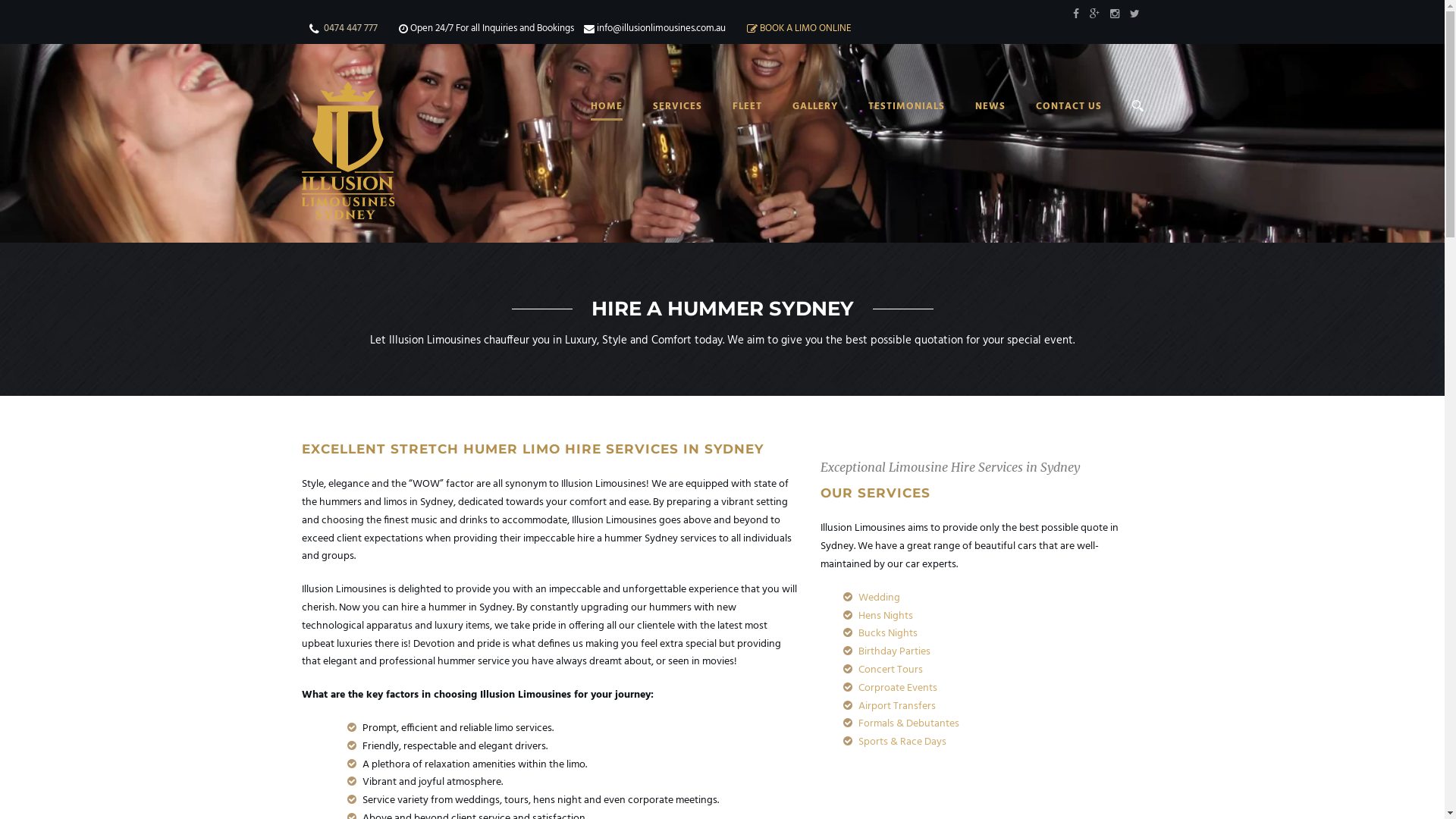 The height and width of the screenshot is (819, 1456). I want to click on 'Sports & Race Days', so click(902, 741).